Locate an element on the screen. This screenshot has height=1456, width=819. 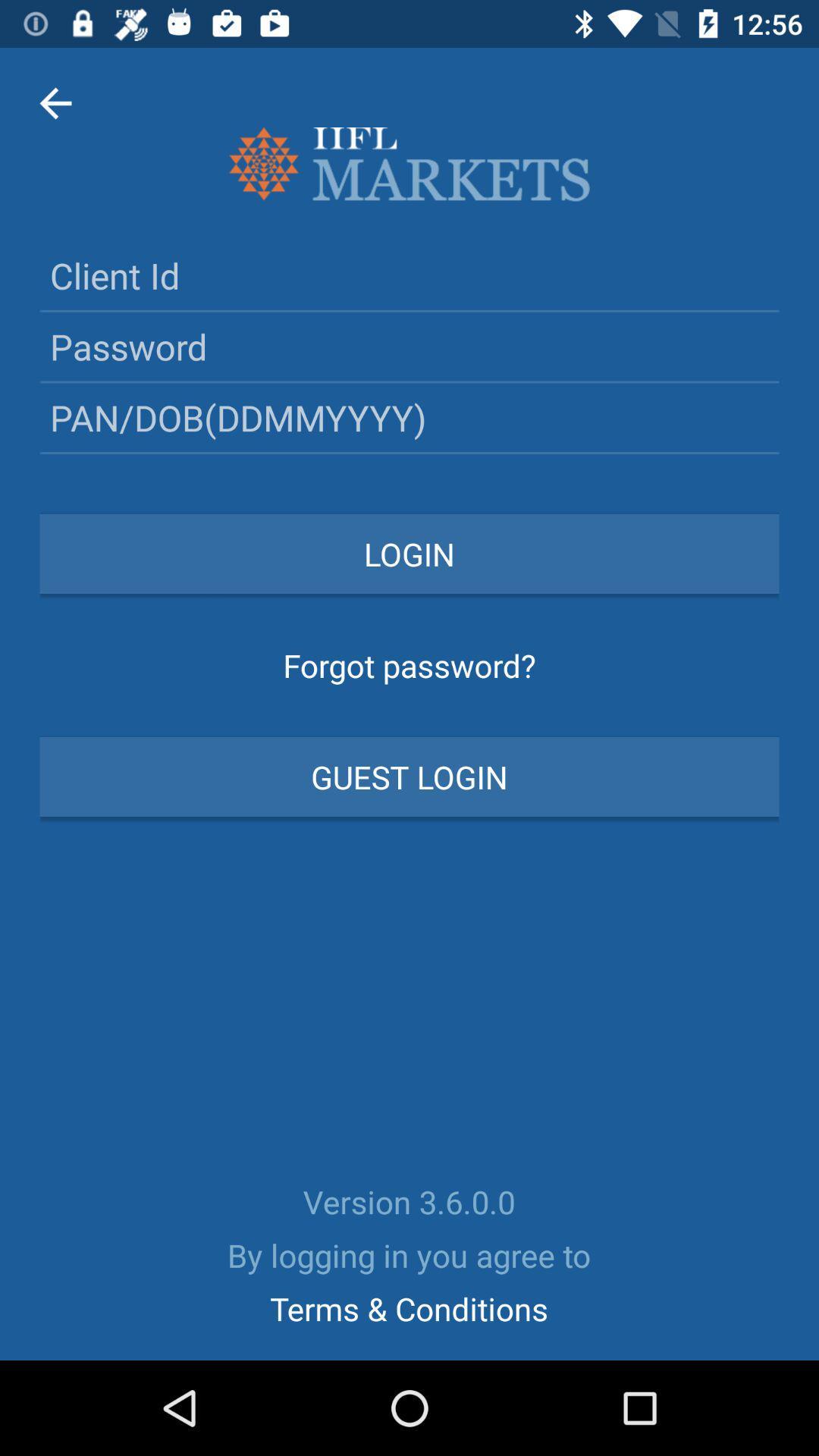
client id is located at coordinates (409, 275).